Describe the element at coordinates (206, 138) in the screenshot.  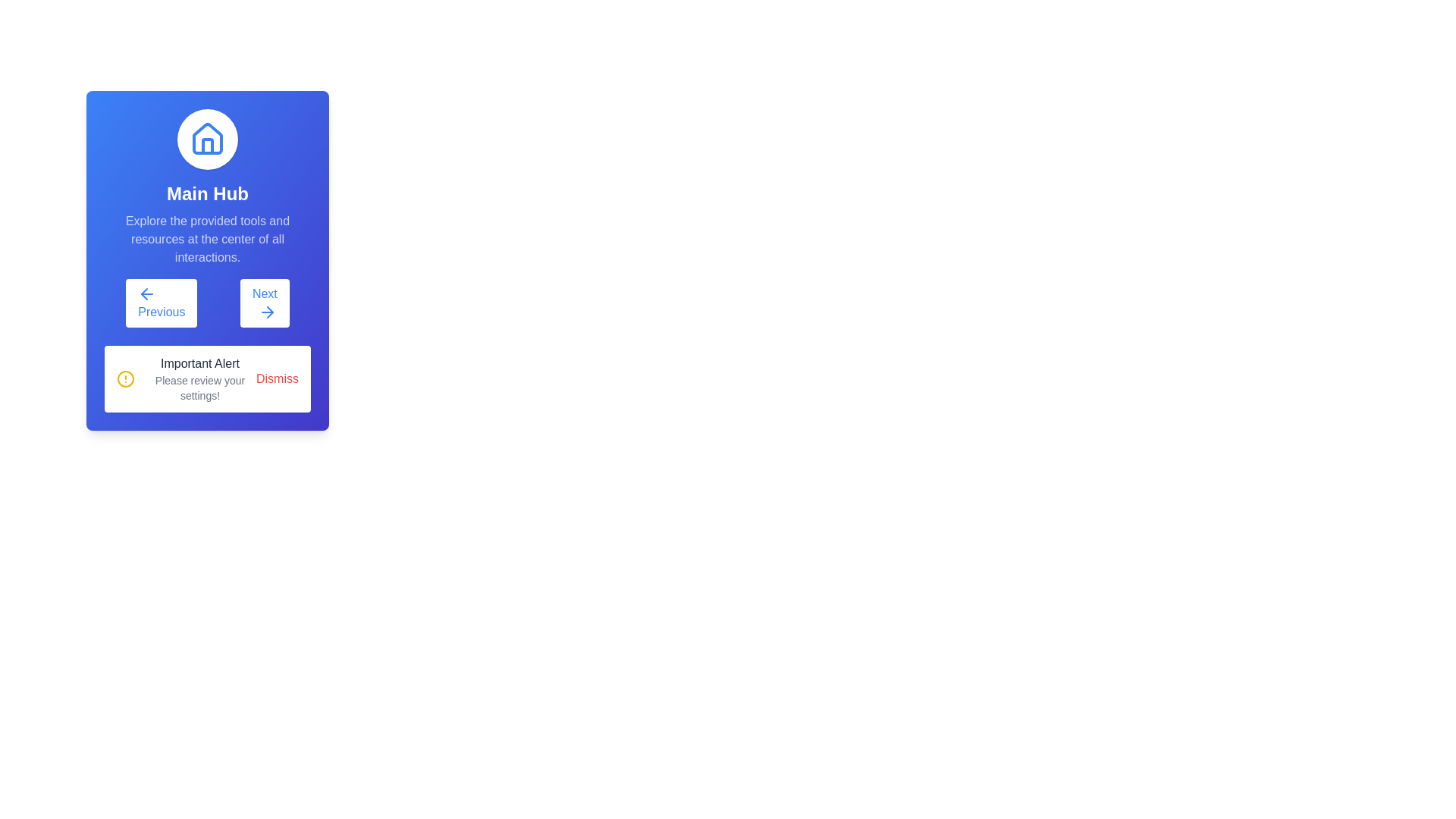
I see `the home icon located at the top center of the card interface, which visually represents the concept of a 'home' or primary hub, above the text 'Main Hub'` at that location.